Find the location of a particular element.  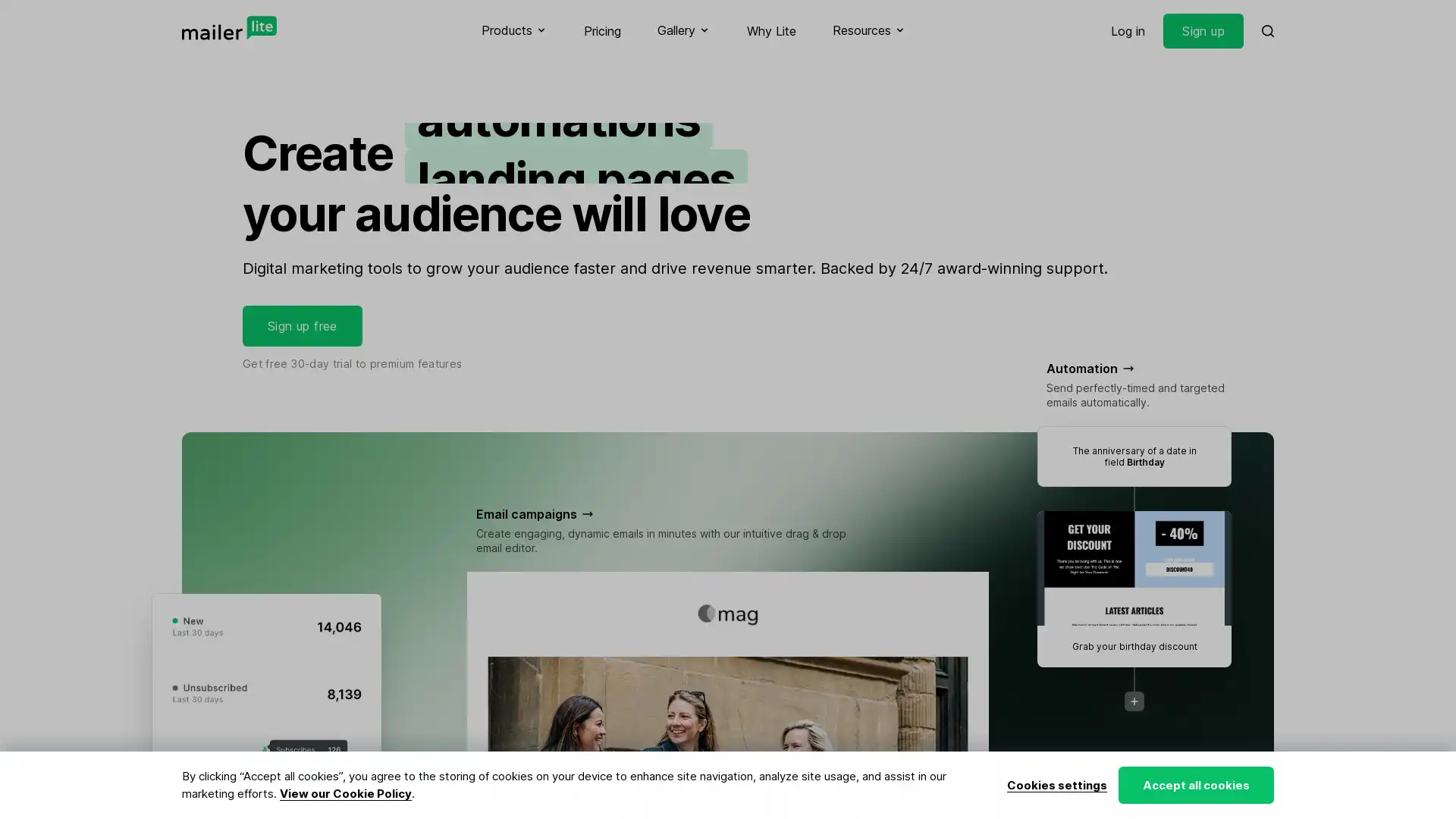

Search MailerLite is located at coordinates (1266, 31).